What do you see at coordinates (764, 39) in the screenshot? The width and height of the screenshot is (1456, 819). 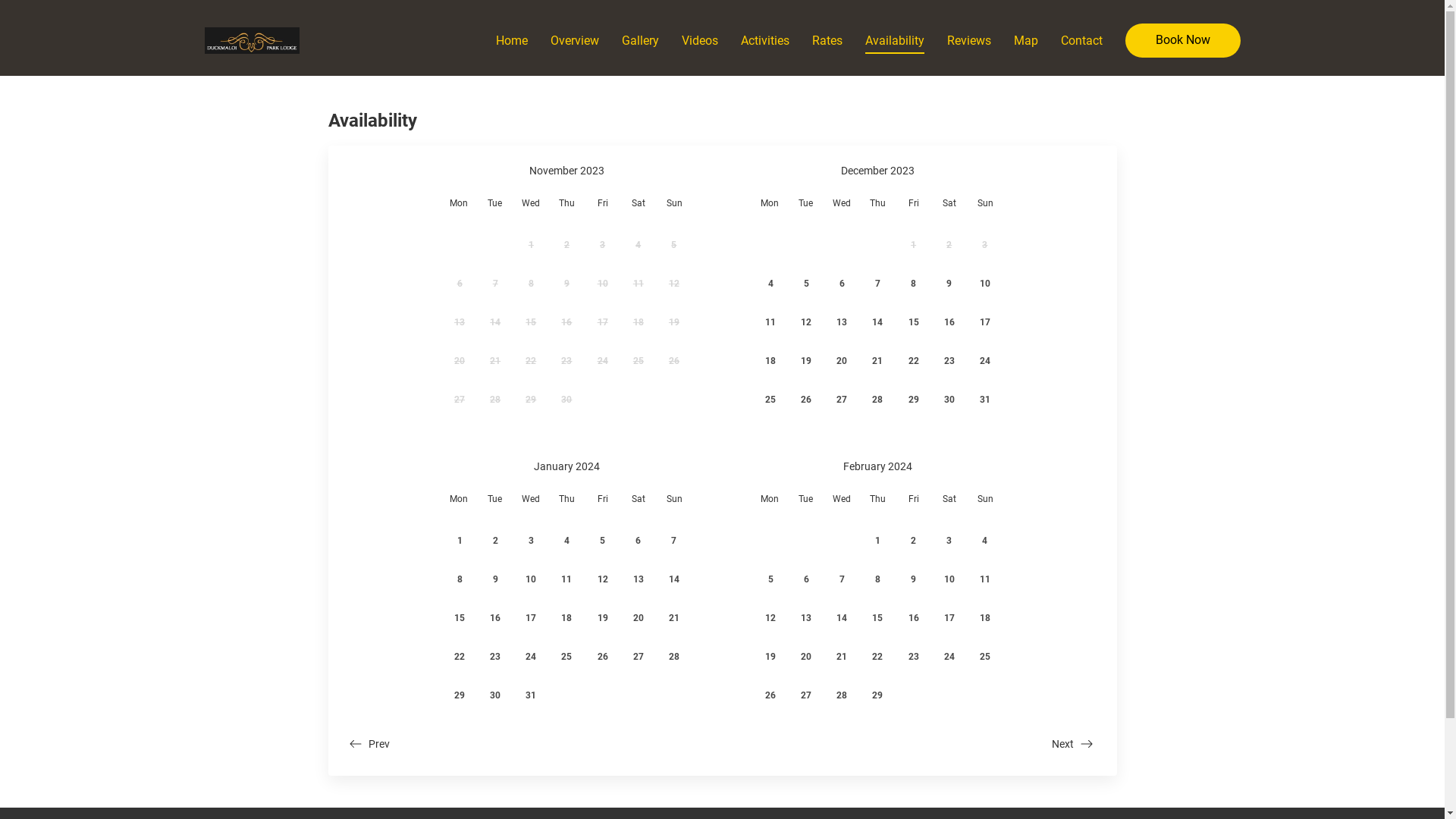 I see `'Activities'` at bounding box center [764, 39].